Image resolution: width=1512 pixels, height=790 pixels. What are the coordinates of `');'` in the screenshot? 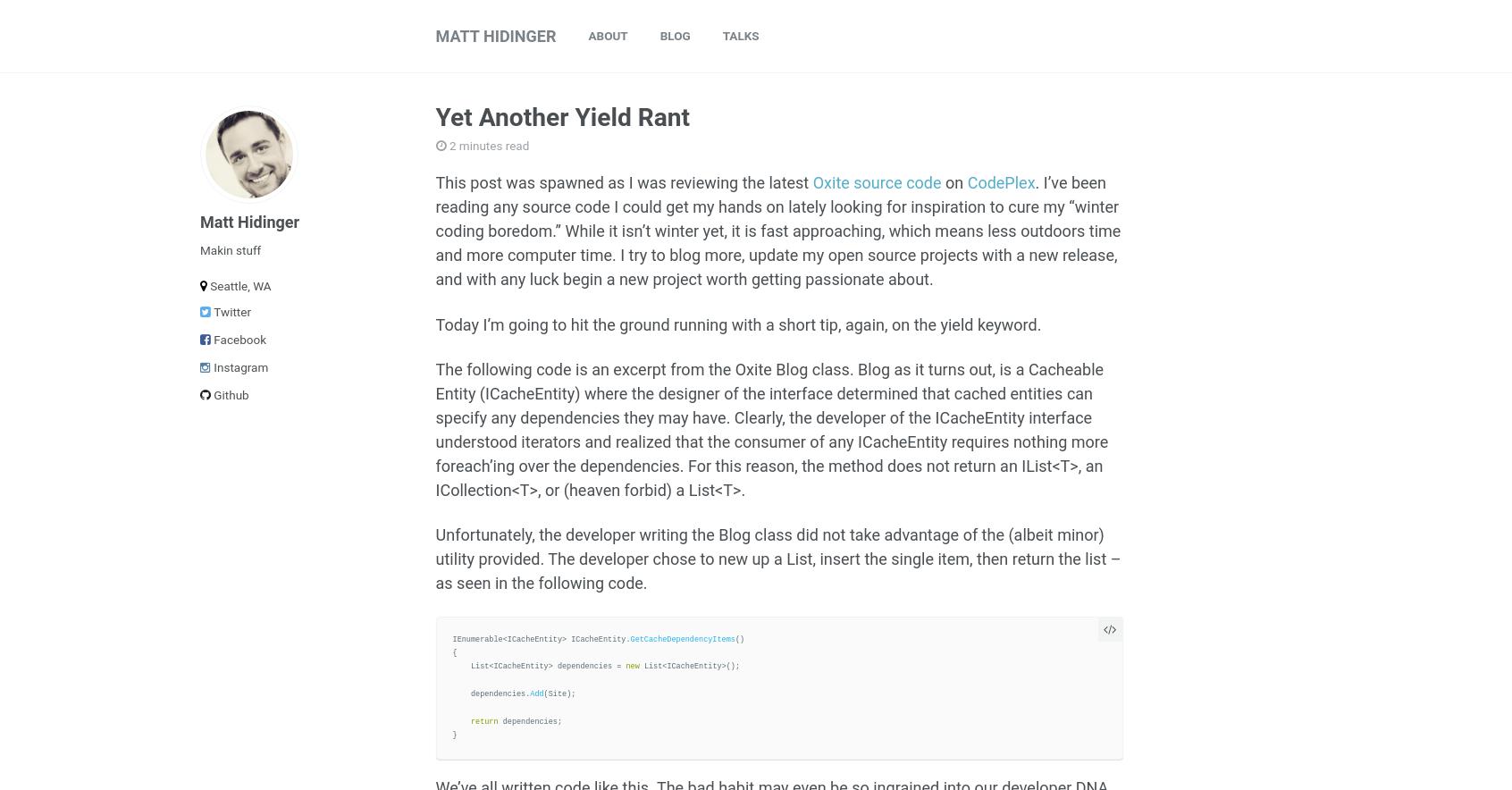 It's located at (565, 693).